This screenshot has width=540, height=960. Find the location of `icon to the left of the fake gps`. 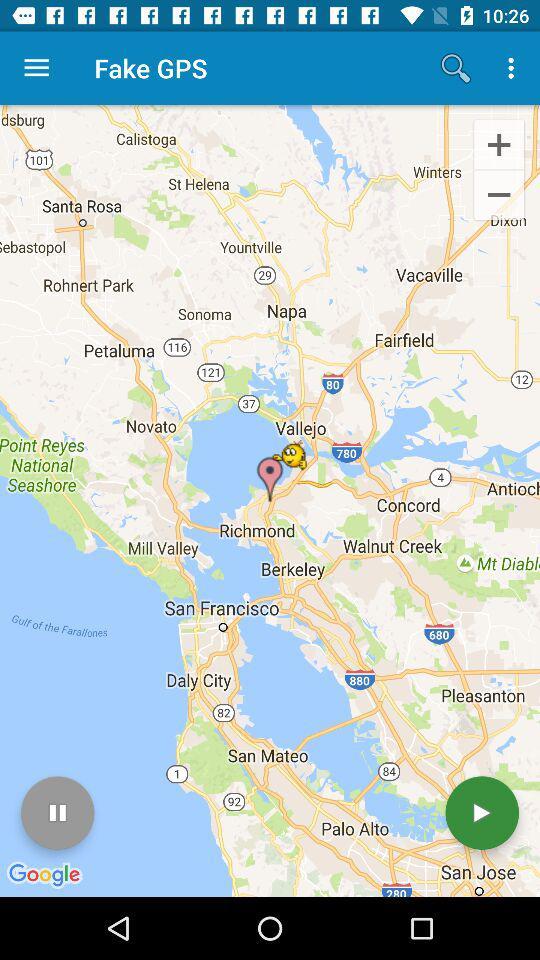

icon to the left of the fake gps is located at coordinates (36, 68).